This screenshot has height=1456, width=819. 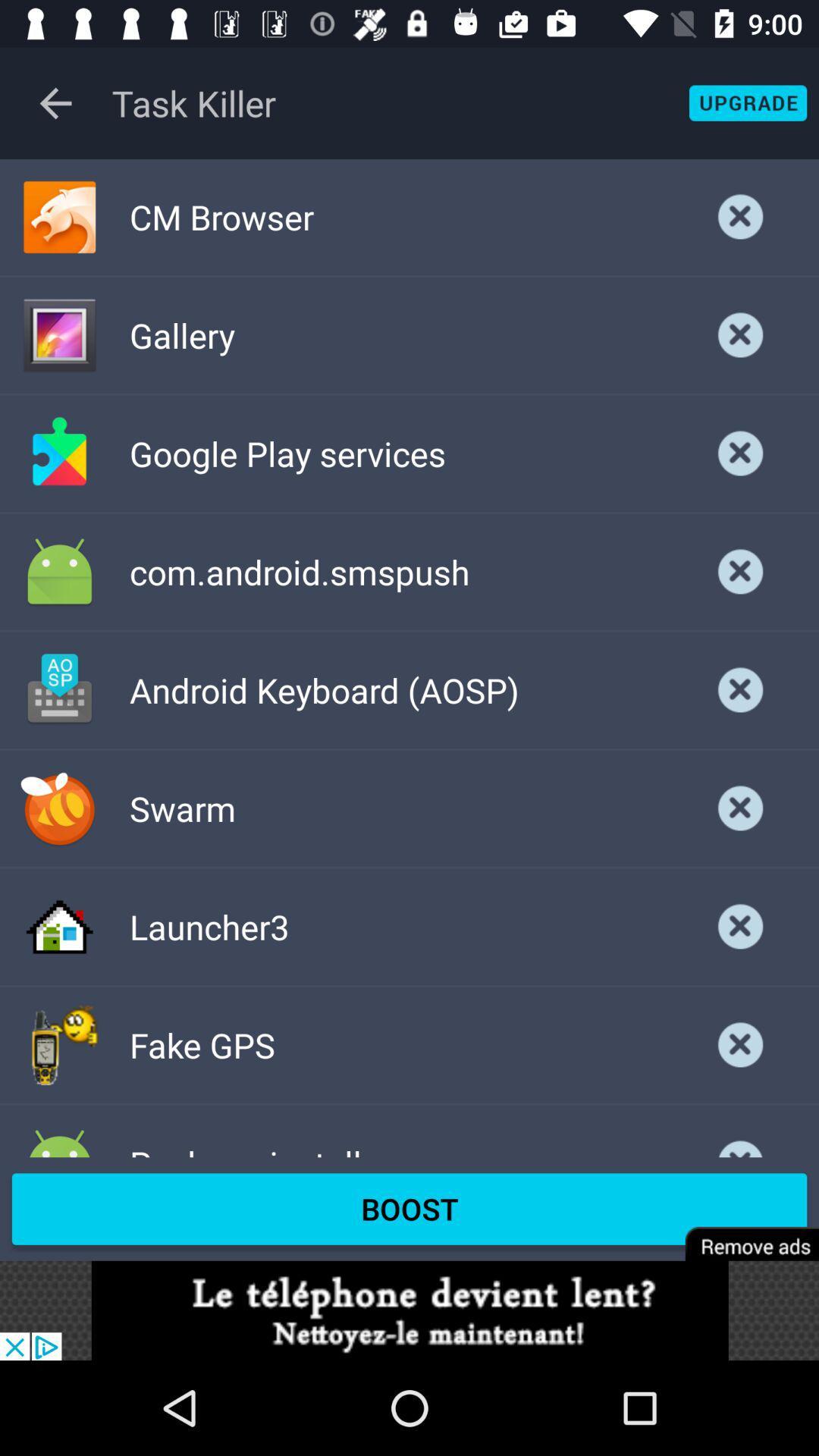 I want to click on launcher3 option, so click(x=740, y=926).